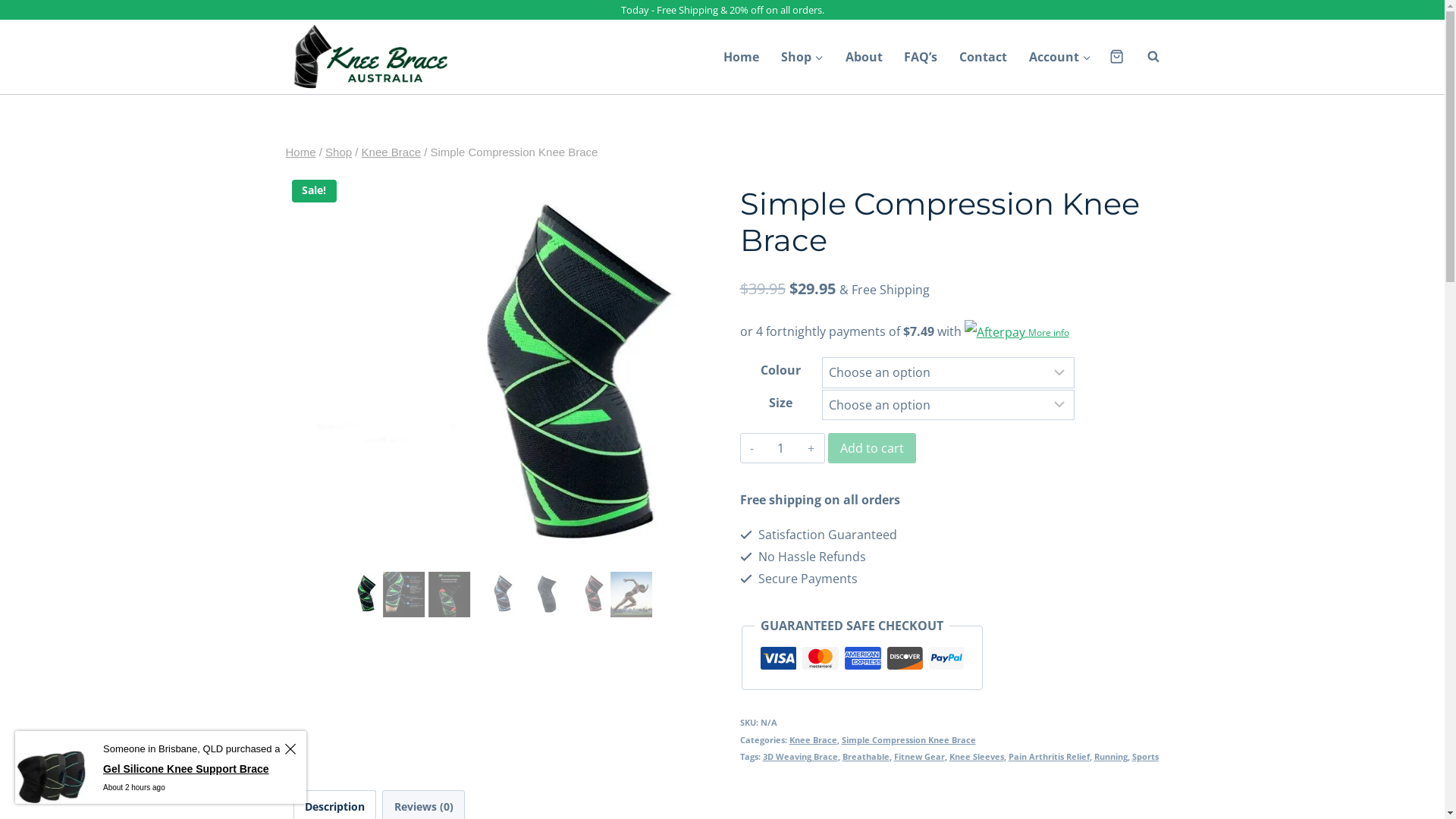  Describe the element at coordinates (976, 756) in the screenshot. I see `'Knee Sleeves'` at that location.